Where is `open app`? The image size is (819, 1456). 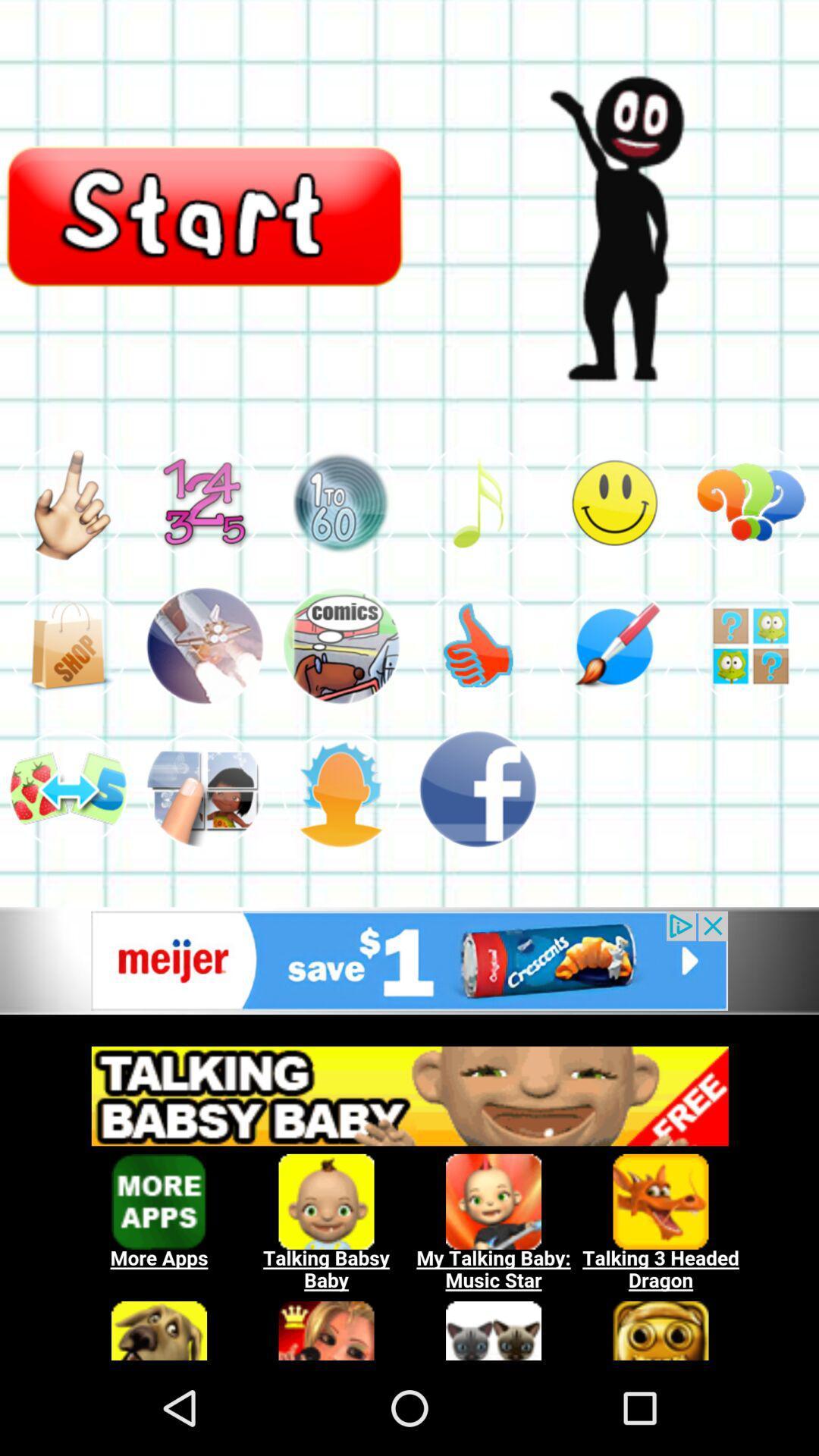
open app is located at coordinates (205, 645).